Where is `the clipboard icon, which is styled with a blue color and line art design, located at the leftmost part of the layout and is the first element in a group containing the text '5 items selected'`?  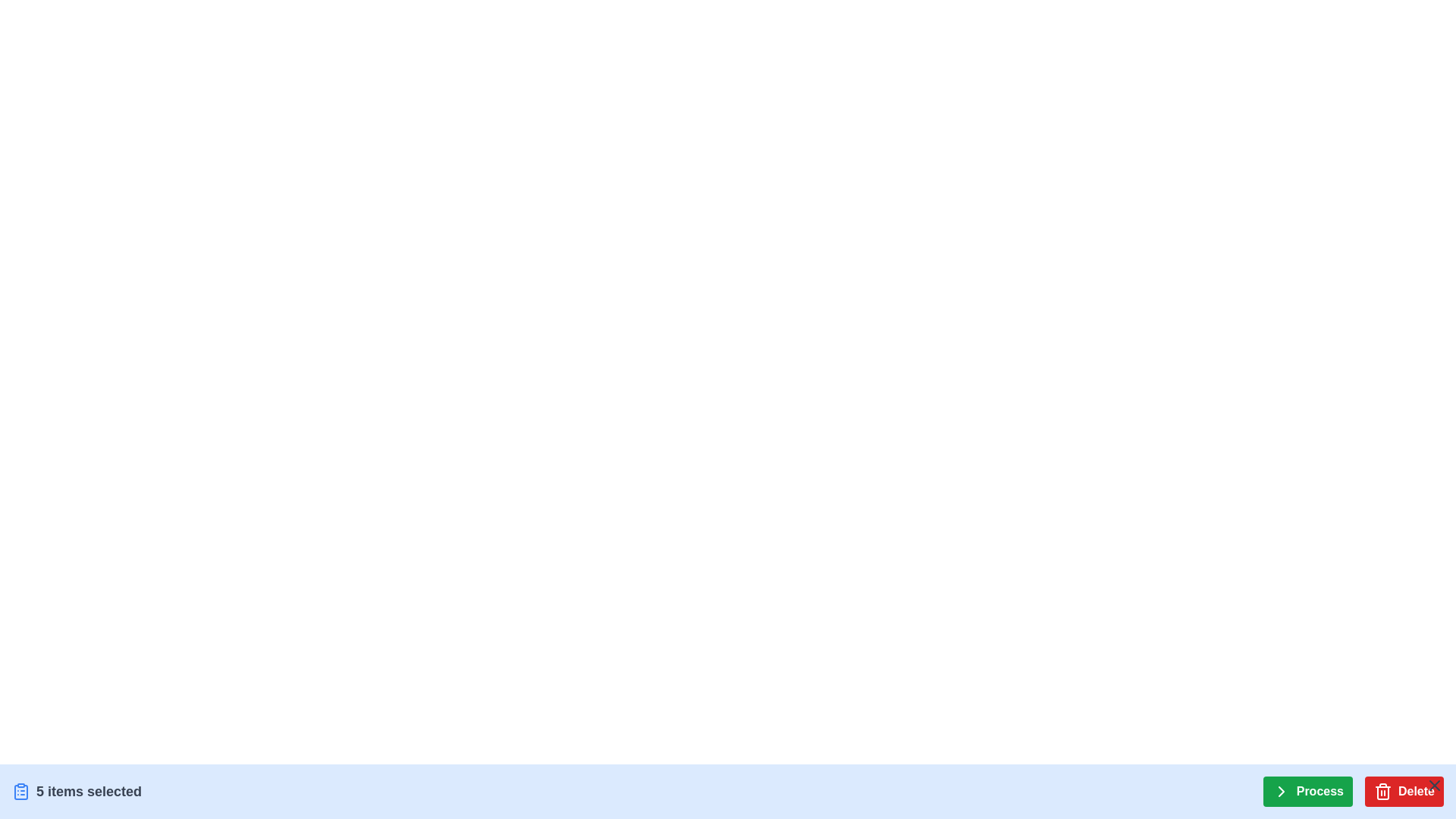
the clipboard icon, which is styled with a blue color and line art design, located at the leftmost part of the layout and is the first element in a group containing the text '5 items selected' is located at coordinates (21, 791).